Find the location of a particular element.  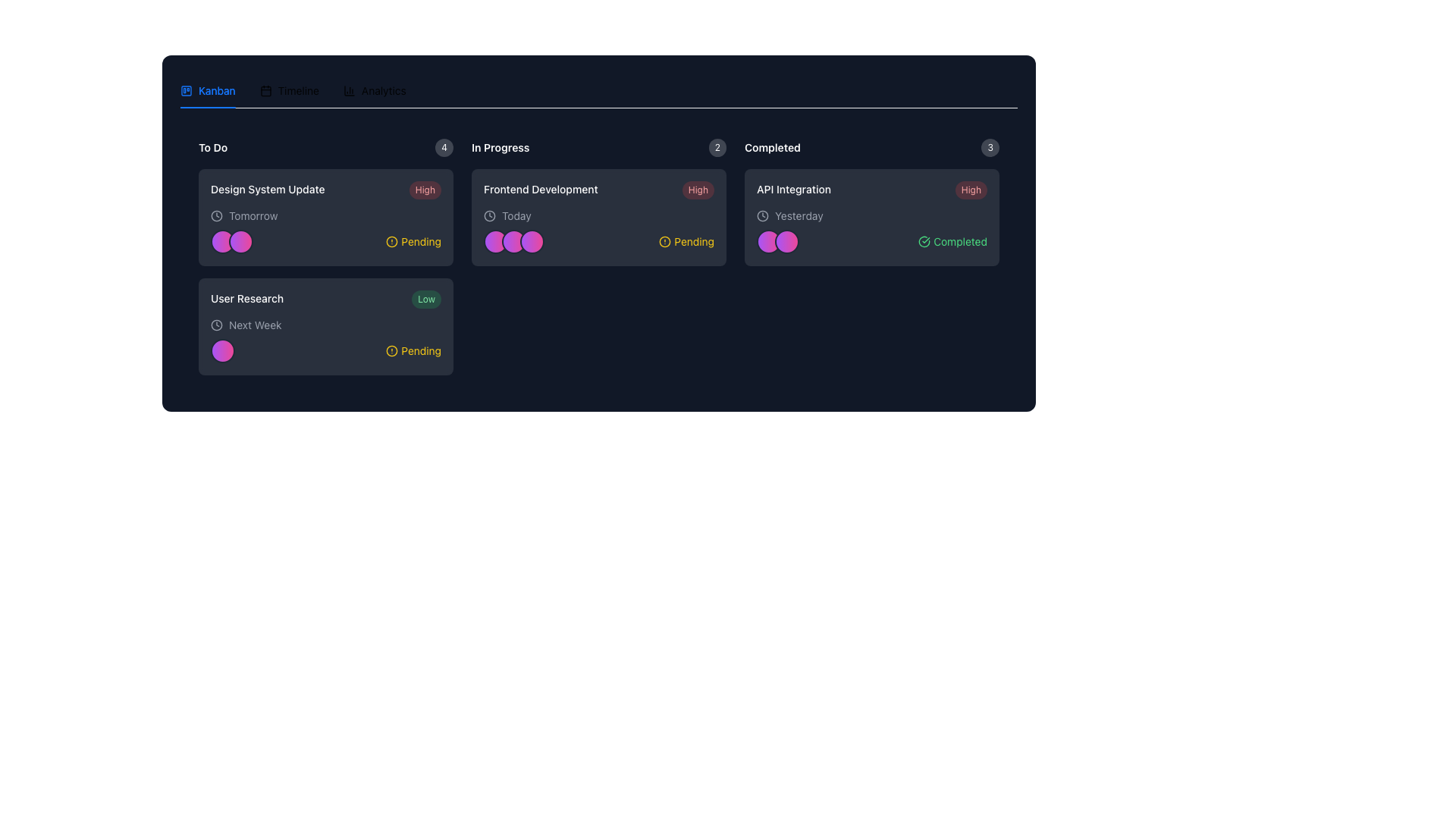

the static text element labeled 'Tomorrow' styled in gray, located within the 'Design System Update' task card under the 'To Do' column is located at coordinates (253, 216).